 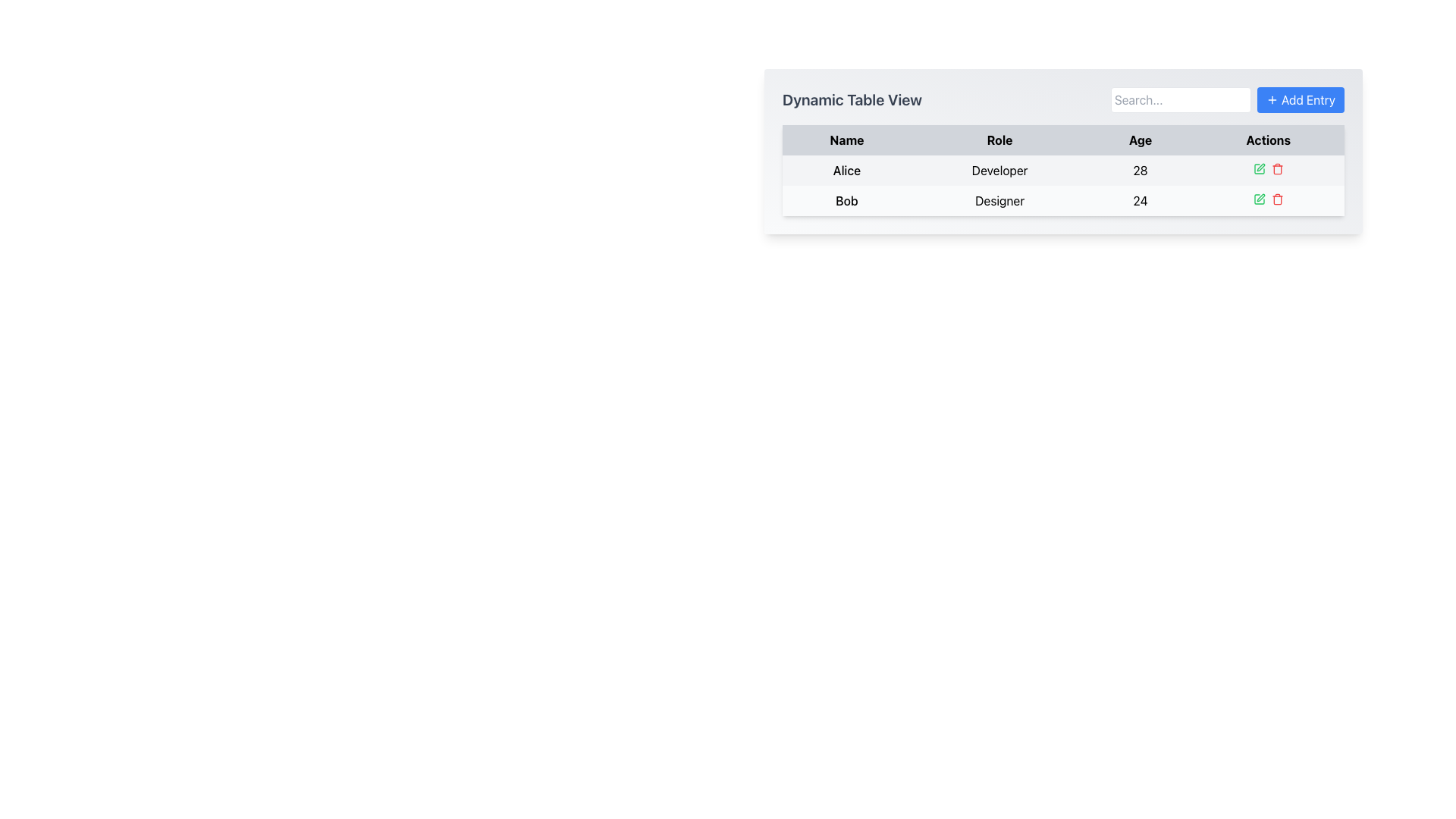 What do you see at coordinates (1260, 167) in the screenshot?
I see `the edit icon located in the 'Actions' column of the table corresponding to the 'Designer' entry` at bounding box center [1260, 167].